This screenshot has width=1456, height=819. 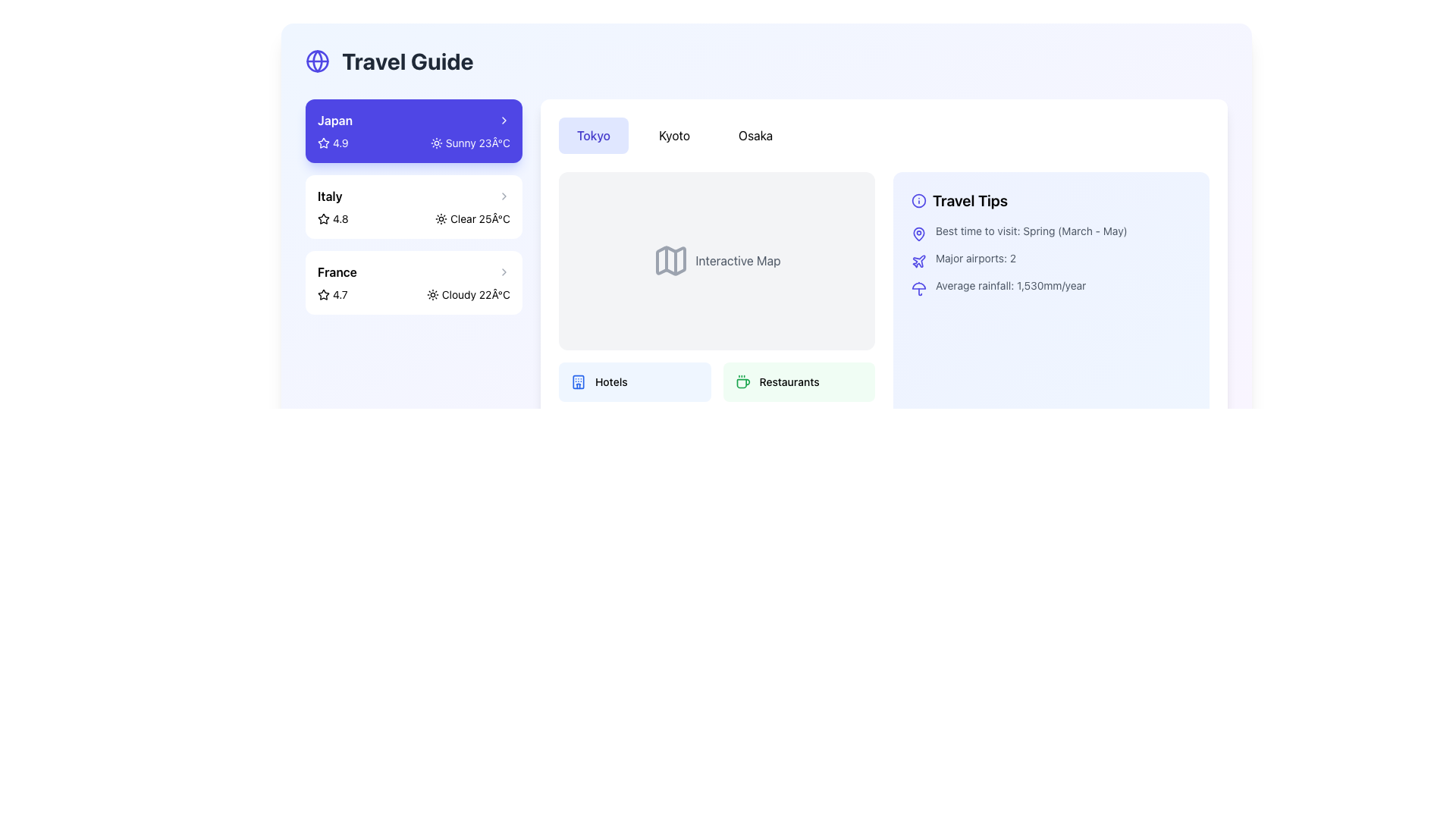 I want to click on the 'Italy' Text label entry in the Travel Guide list for further details, so click(x=329, y=195).